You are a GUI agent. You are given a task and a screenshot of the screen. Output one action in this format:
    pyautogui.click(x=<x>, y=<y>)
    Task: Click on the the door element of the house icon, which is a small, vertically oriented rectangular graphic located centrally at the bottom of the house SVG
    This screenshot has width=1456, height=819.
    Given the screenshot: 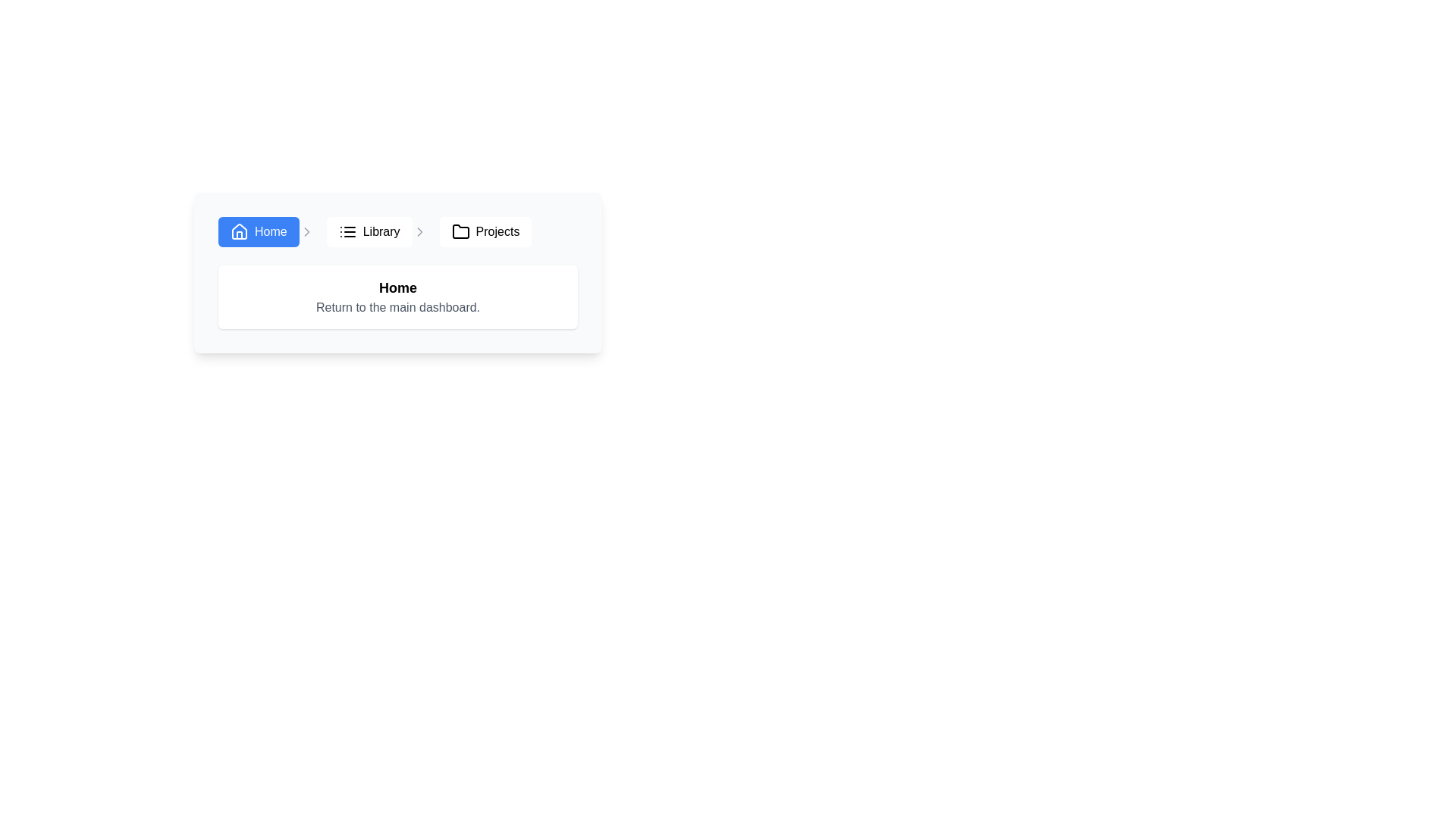 What is the action you would take?
    pyautogui.click(x=239, y=235)
    